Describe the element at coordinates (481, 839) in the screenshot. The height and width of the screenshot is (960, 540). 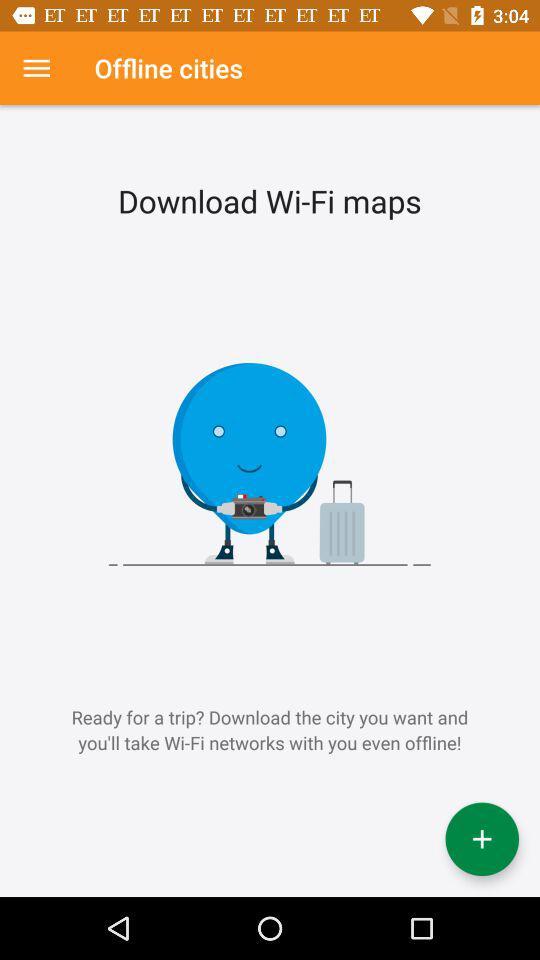
I see `the add icon` at that location.